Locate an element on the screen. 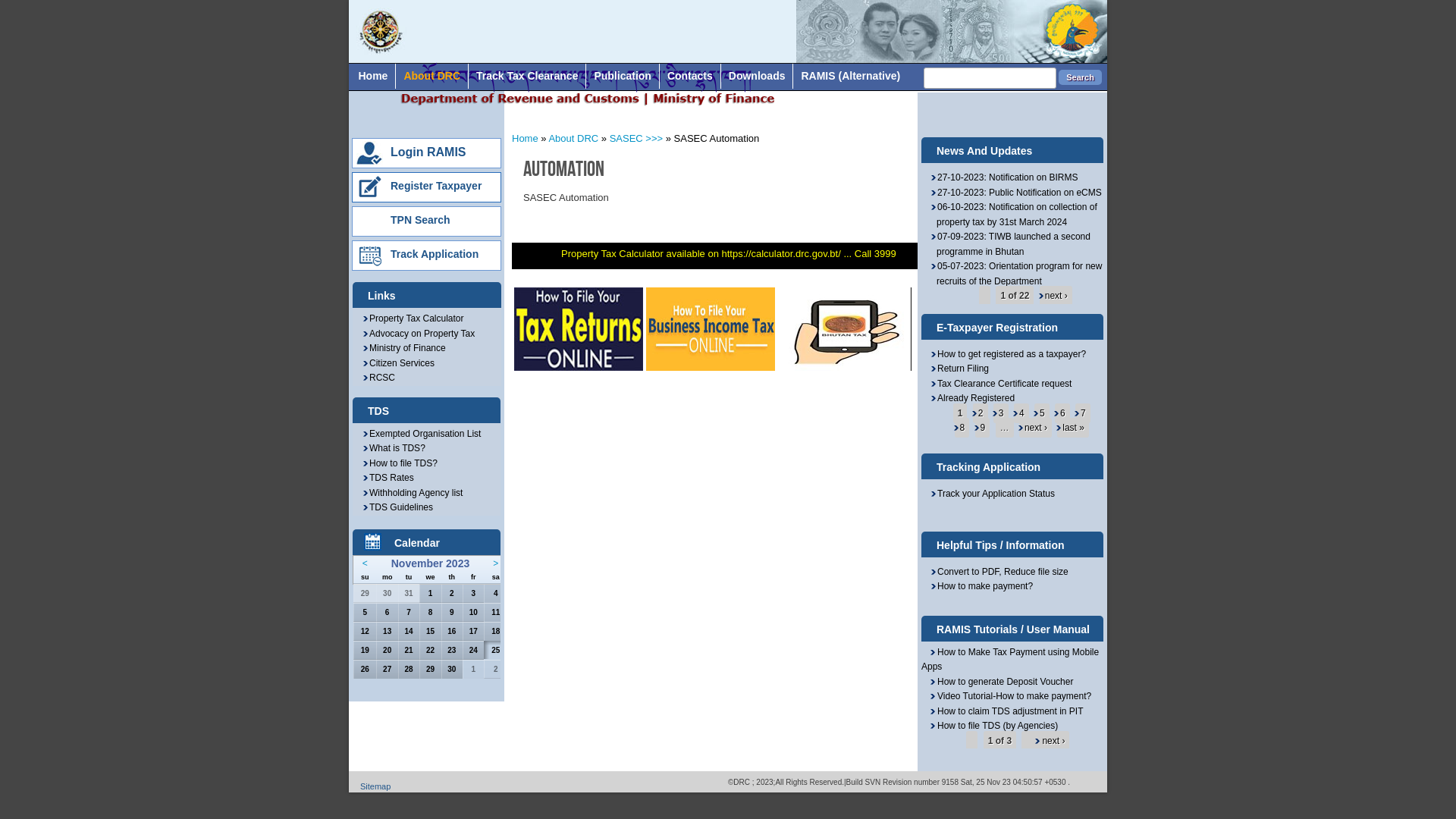  'Downloads' is located at coordinates (720, 76).